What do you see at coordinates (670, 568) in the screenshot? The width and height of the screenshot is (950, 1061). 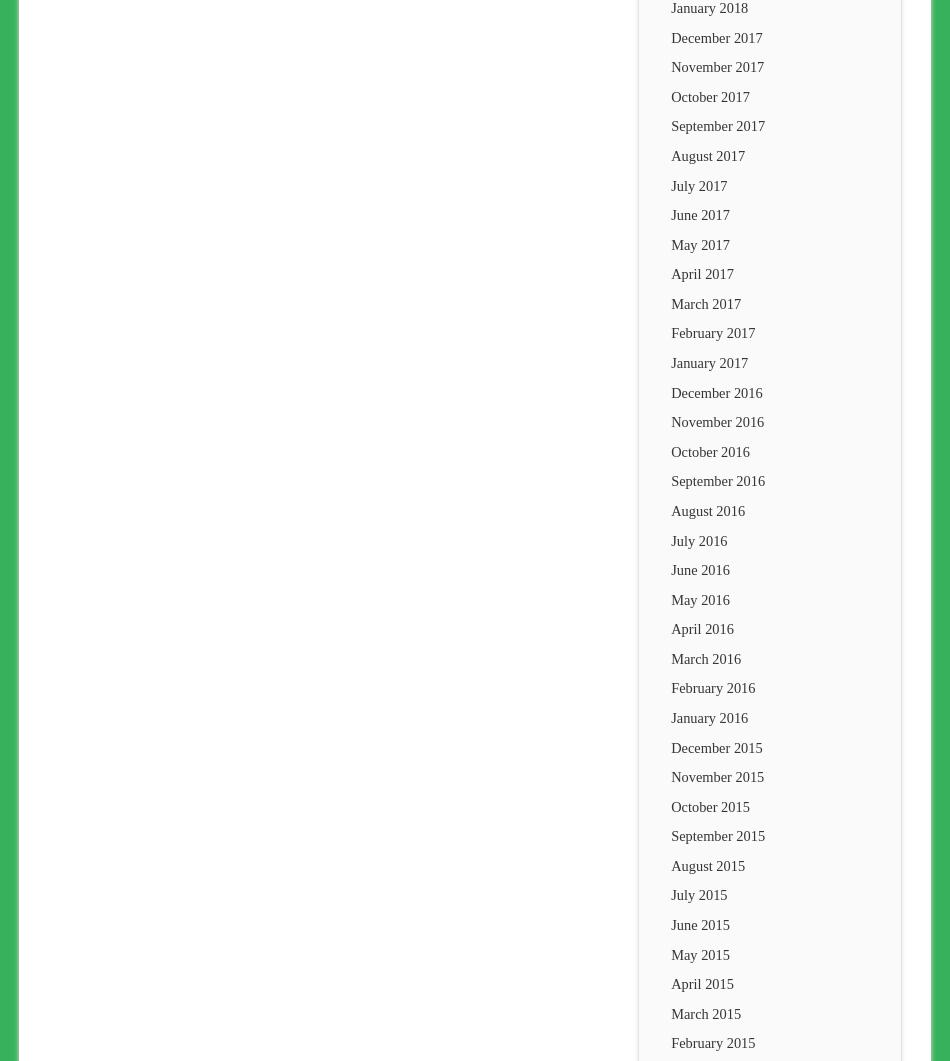 I see `'June 2016'` at bounding box center [670, 568].